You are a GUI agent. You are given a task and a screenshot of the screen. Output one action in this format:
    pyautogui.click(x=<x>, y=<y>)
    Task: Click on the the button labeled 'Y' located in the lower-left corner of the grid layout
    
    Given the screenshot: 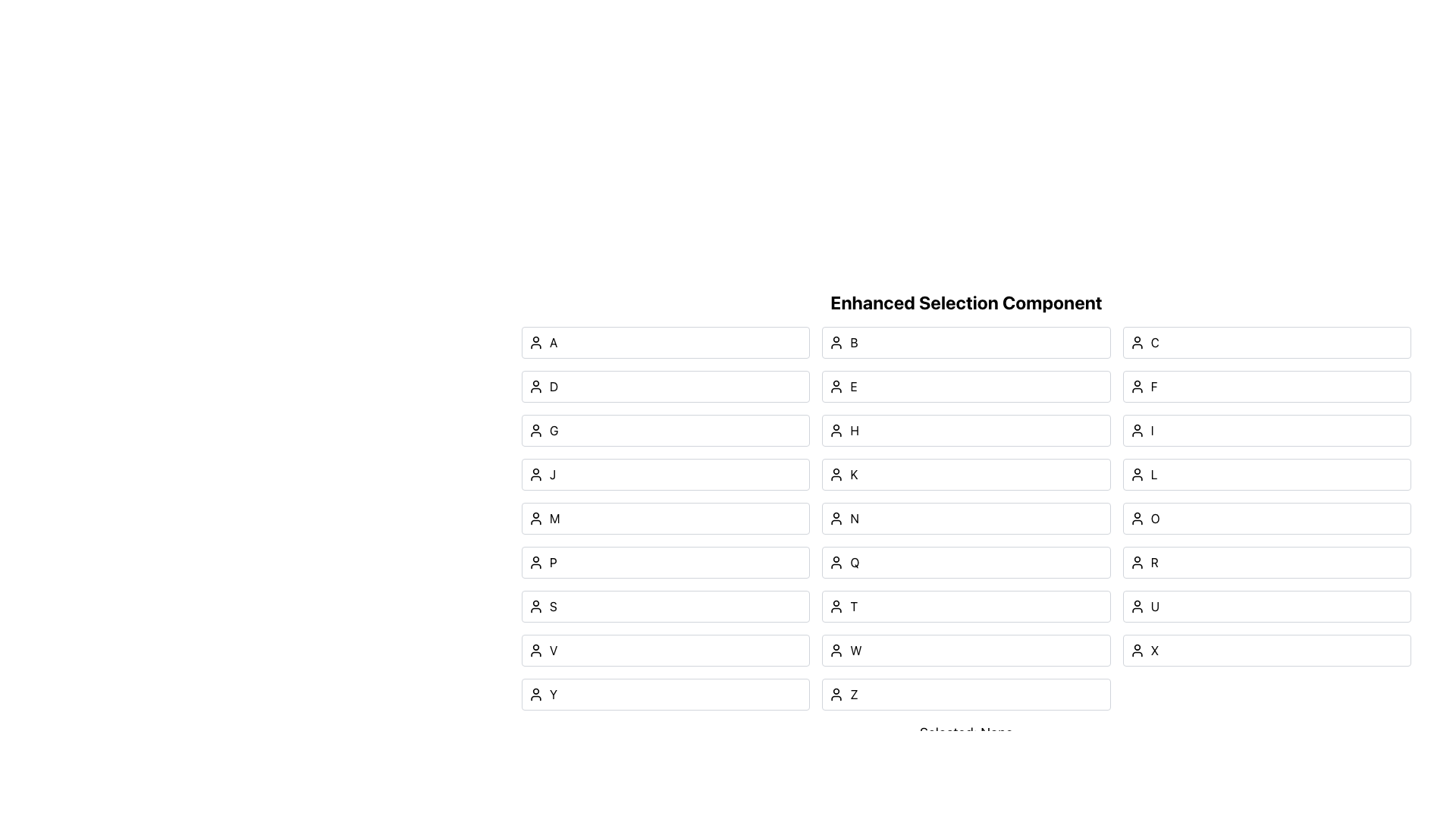 What is the action you would take?
    pyautogui.click(x=666, y=694)
    